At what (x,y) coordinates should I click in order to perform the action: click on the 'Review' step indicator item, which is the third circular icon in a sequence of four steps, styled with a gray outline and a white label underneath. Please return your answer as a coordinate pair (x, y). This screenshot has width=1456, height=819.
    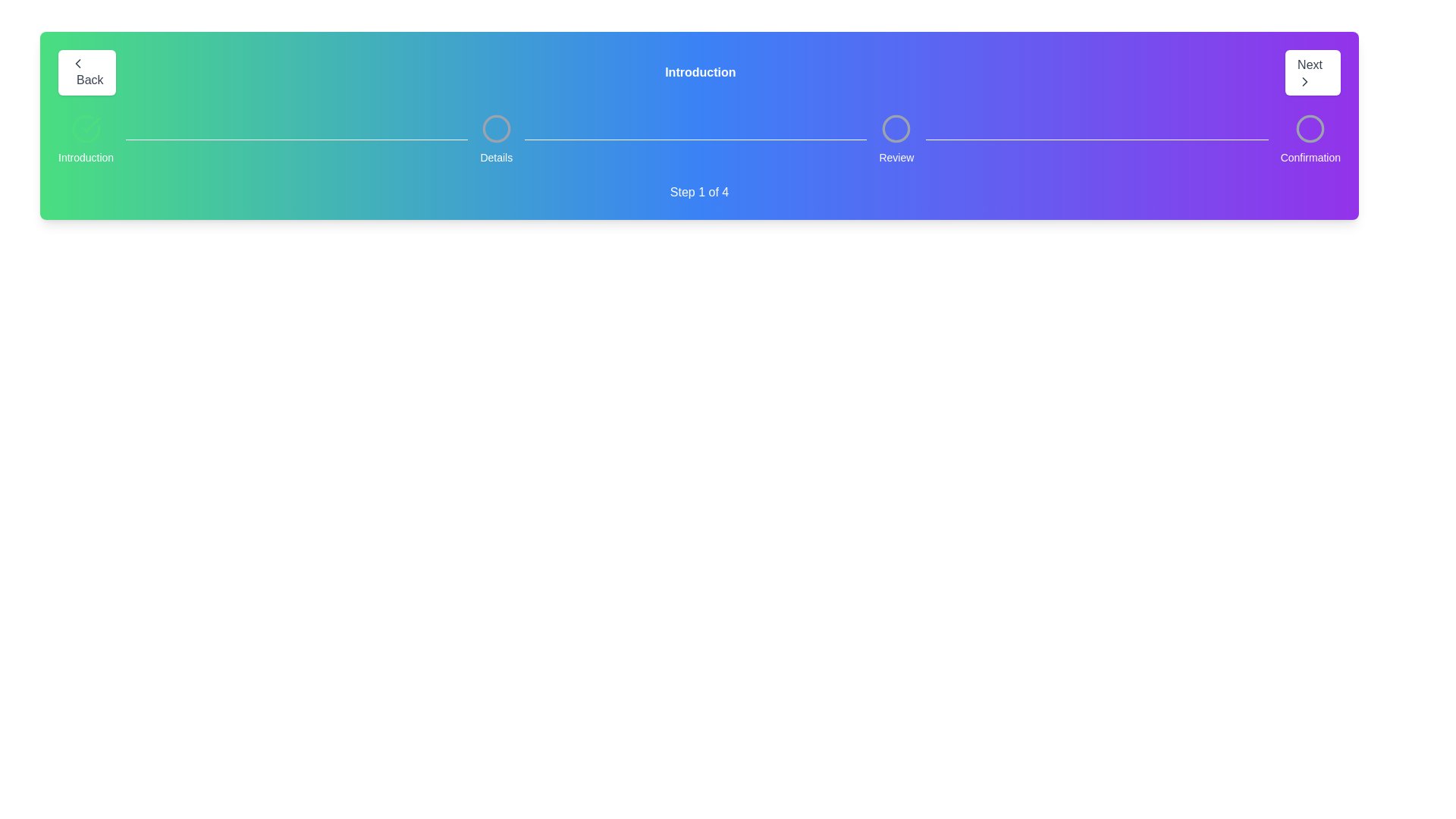
    Looking at the image, I should click on (896, 140).